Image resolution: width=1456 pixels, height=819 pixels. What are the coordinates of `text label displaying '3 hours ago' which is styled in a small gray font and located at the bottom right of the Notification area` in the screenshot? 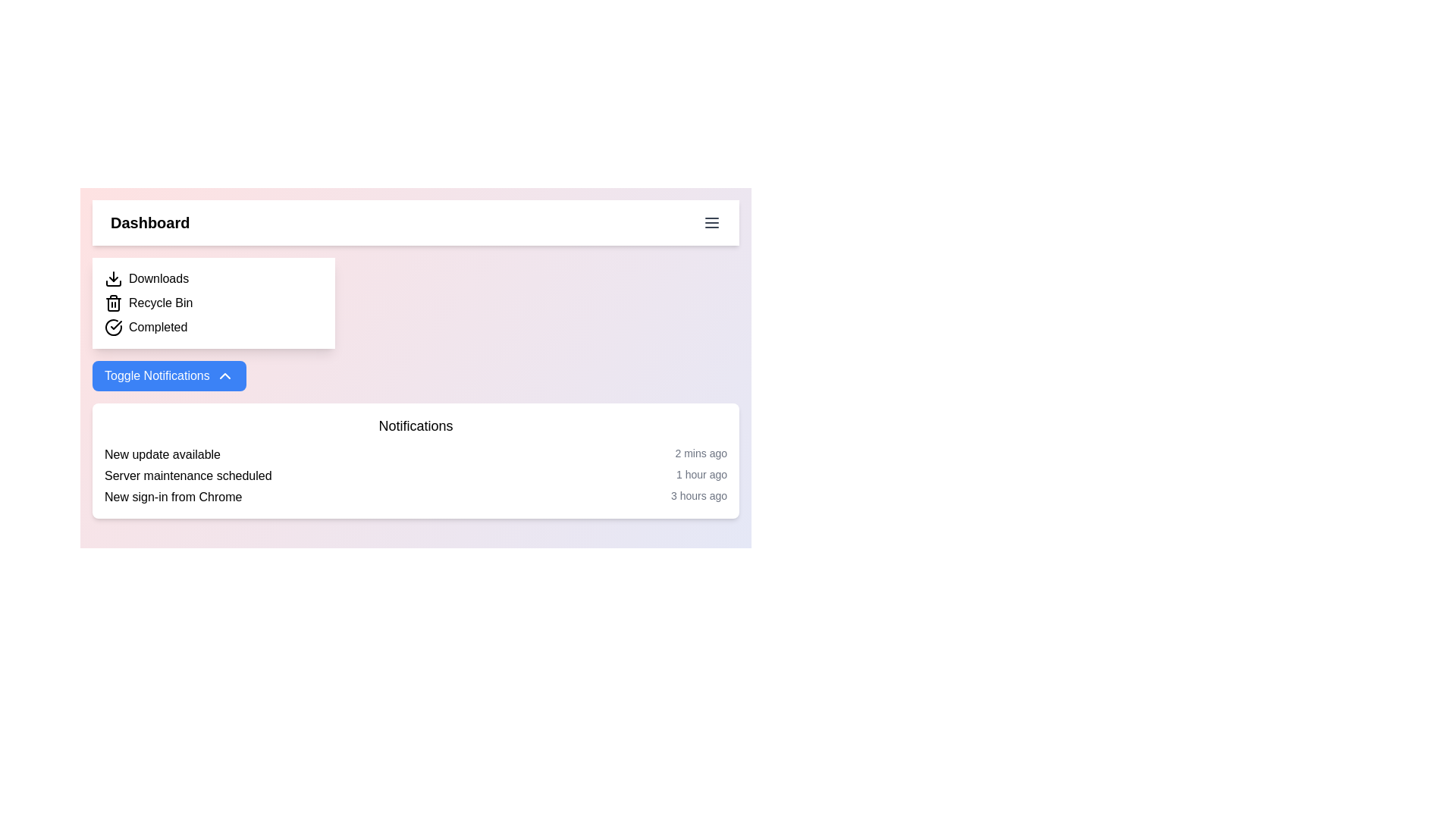 It's located at (698, 497).